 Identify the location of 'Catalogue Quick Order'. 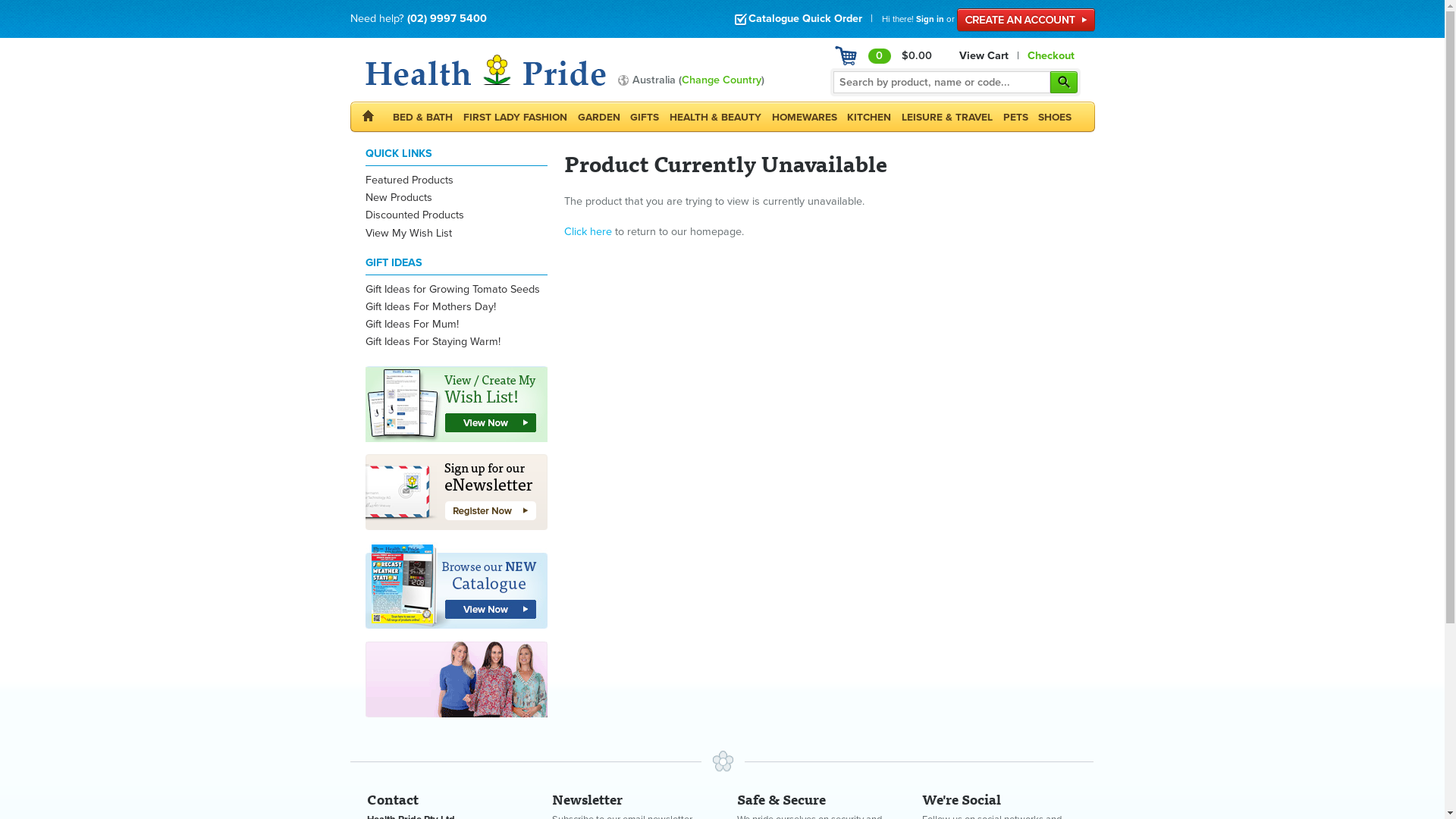
(797, 18).